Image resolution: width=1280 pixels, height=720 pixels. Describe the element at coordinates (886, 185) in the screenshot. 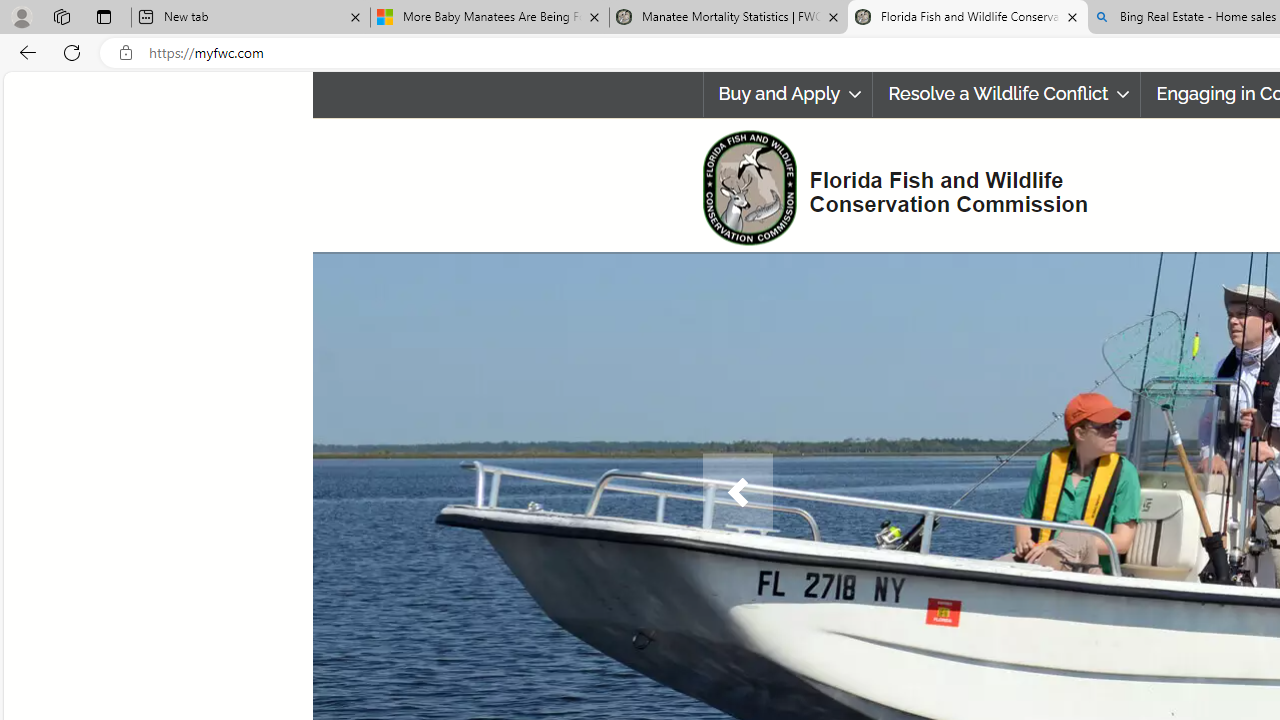

I see `'FWC Logo Florida Fish and Wildlife Conservation Commission'` at that location.